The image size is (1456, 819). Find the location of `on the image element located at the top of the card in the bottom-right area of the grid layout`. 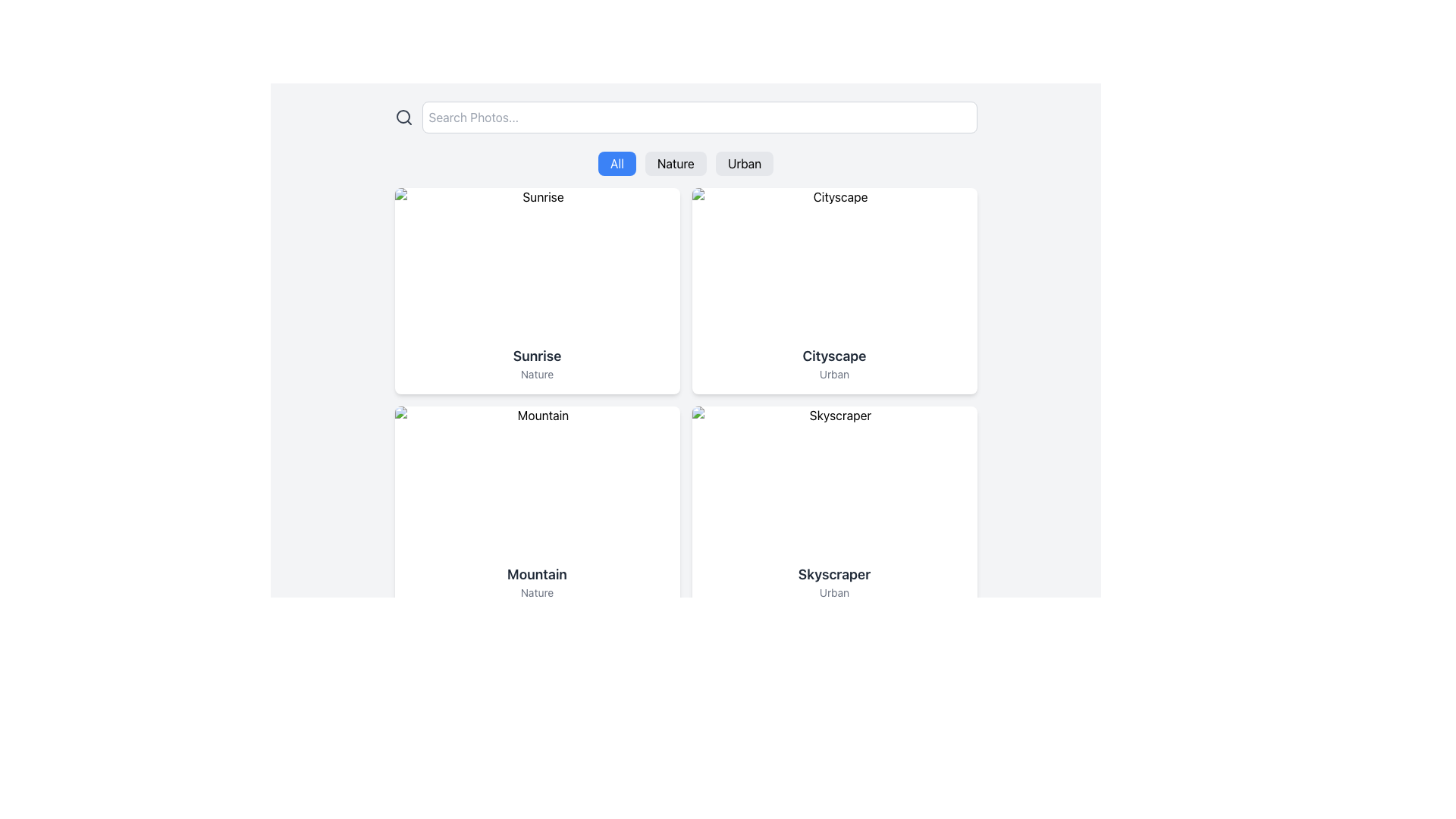

on the image element located at the top of the card in the bottom-right area of the grid layout is located at coordinates (833, 479).